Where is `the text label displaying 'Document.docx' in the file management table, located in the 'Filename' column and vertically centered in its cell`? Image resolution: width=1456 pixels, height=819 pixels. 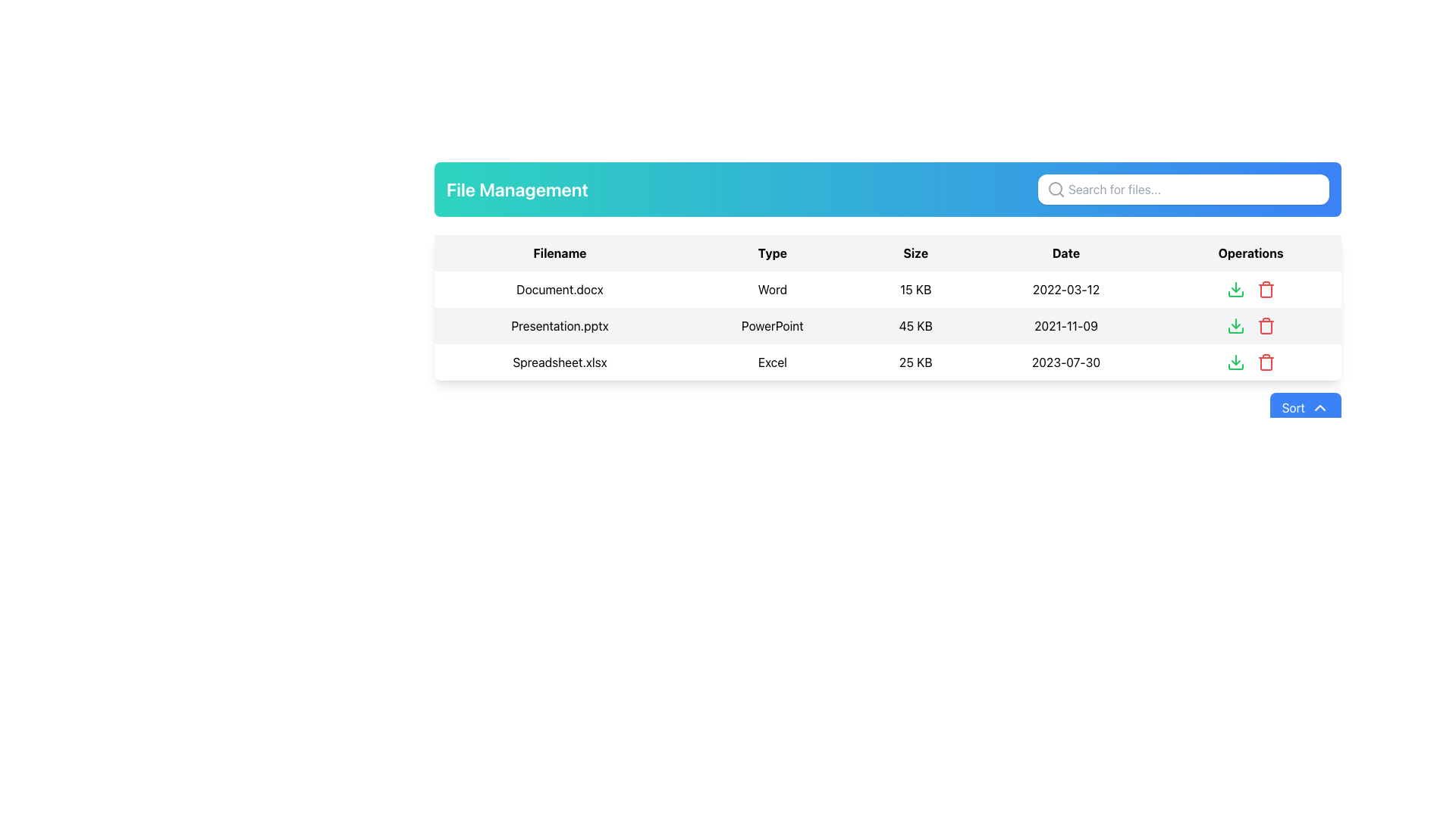 the text label displaying 'Document.docx' in the file management table, located in the 'Filename' column and vertically centered in its cell is located at coordinates (559, 289).